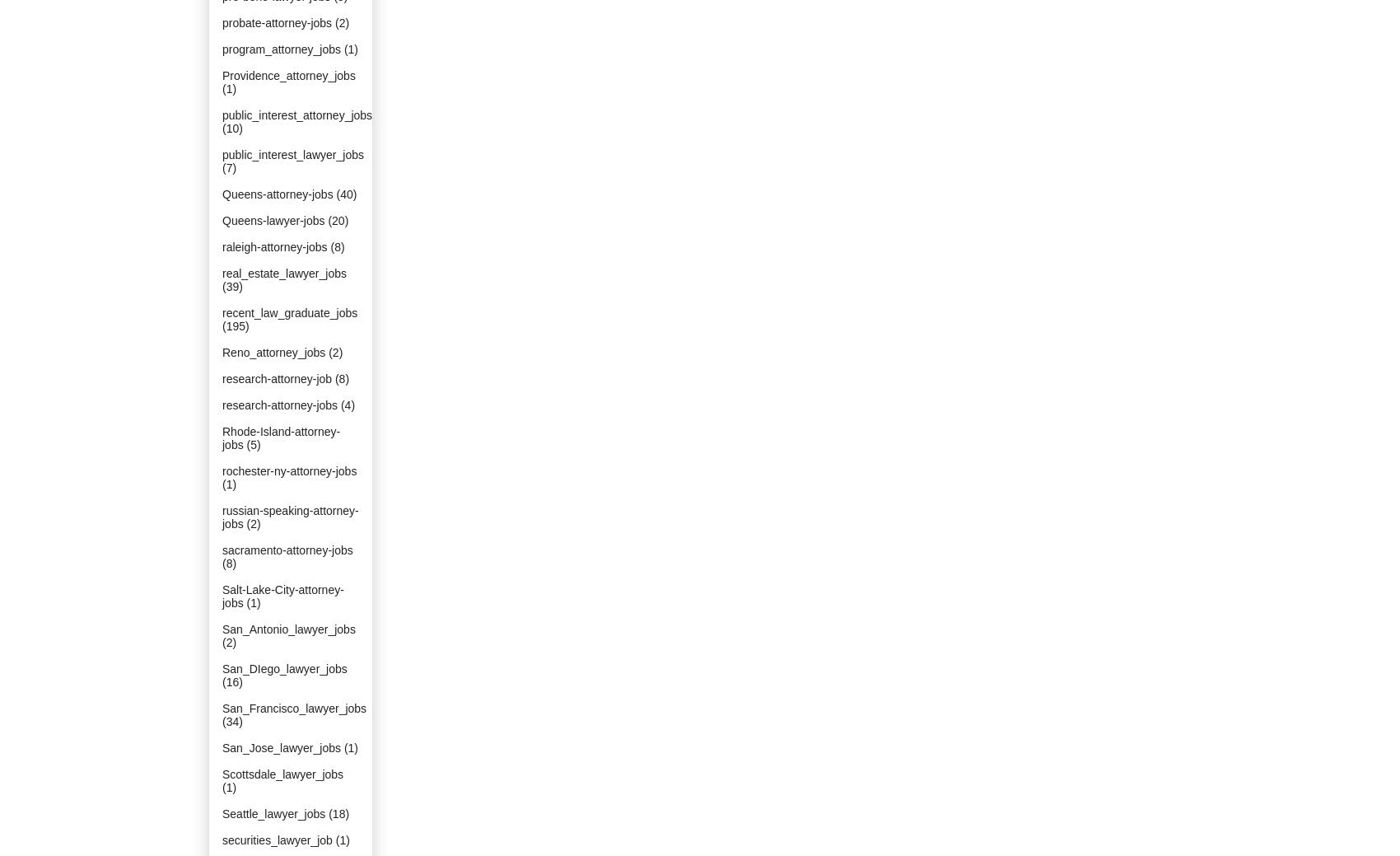  I want to click on '(40)', so click(345, 194).